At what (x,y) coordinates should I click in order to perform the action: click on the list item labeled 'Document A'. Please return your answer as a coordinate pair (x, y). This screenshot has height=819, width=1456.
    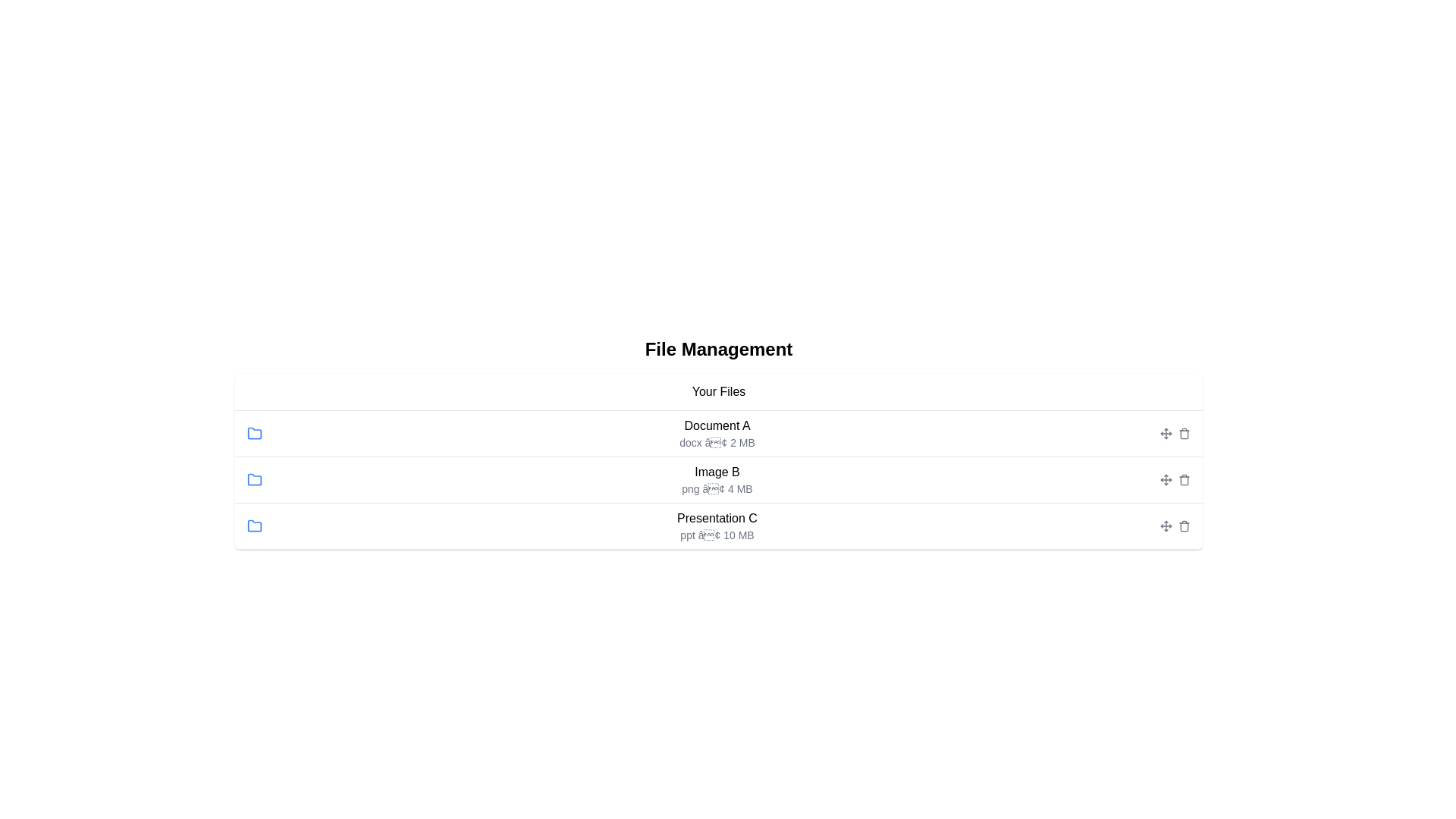
    Looking at the image, I should click on (718, 434).